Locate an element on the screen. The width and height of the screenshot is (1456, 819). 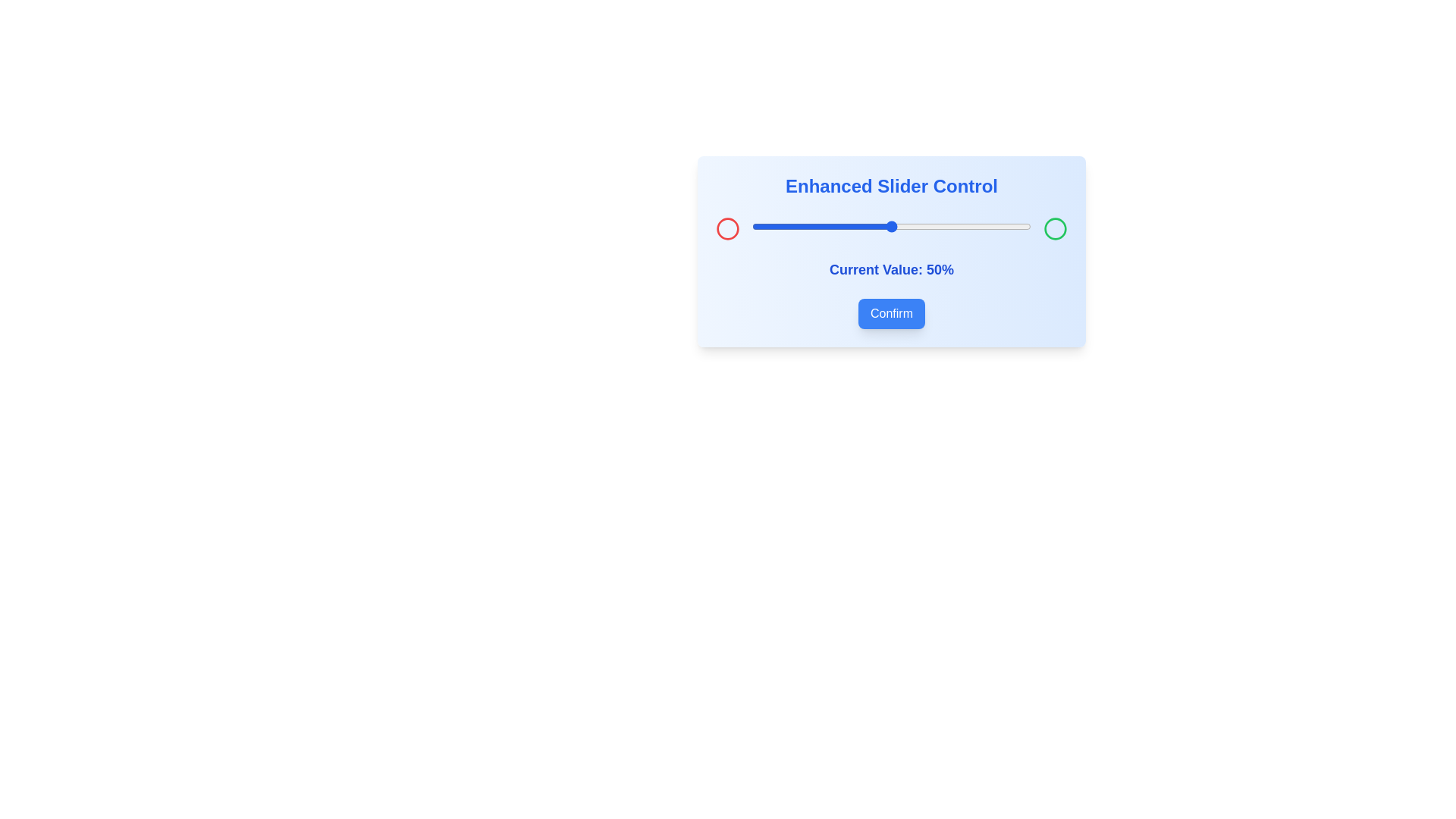
the slider value is located at coordinates (763, 227).